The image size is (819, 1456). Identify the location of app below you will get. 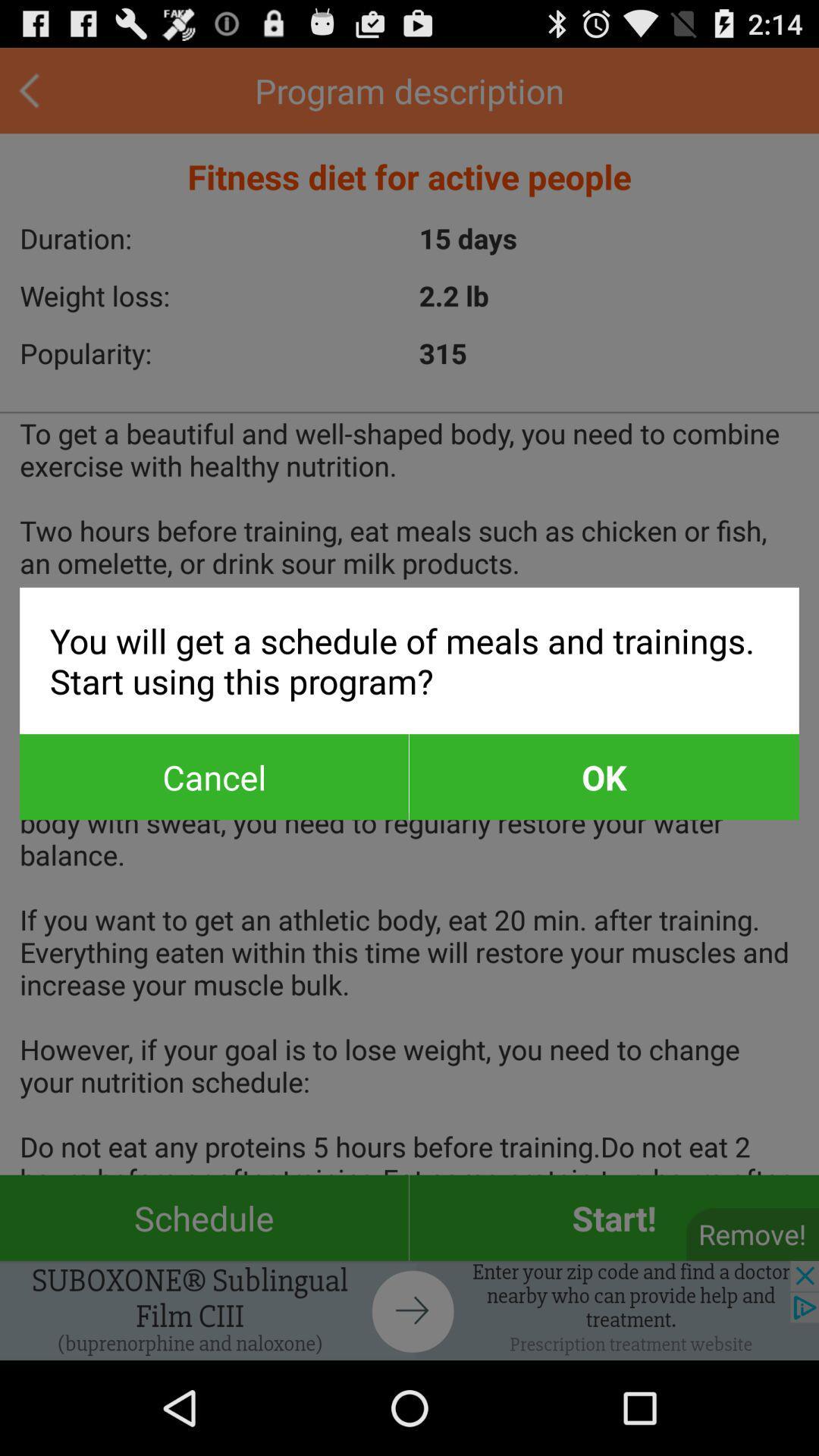
(214, 777).